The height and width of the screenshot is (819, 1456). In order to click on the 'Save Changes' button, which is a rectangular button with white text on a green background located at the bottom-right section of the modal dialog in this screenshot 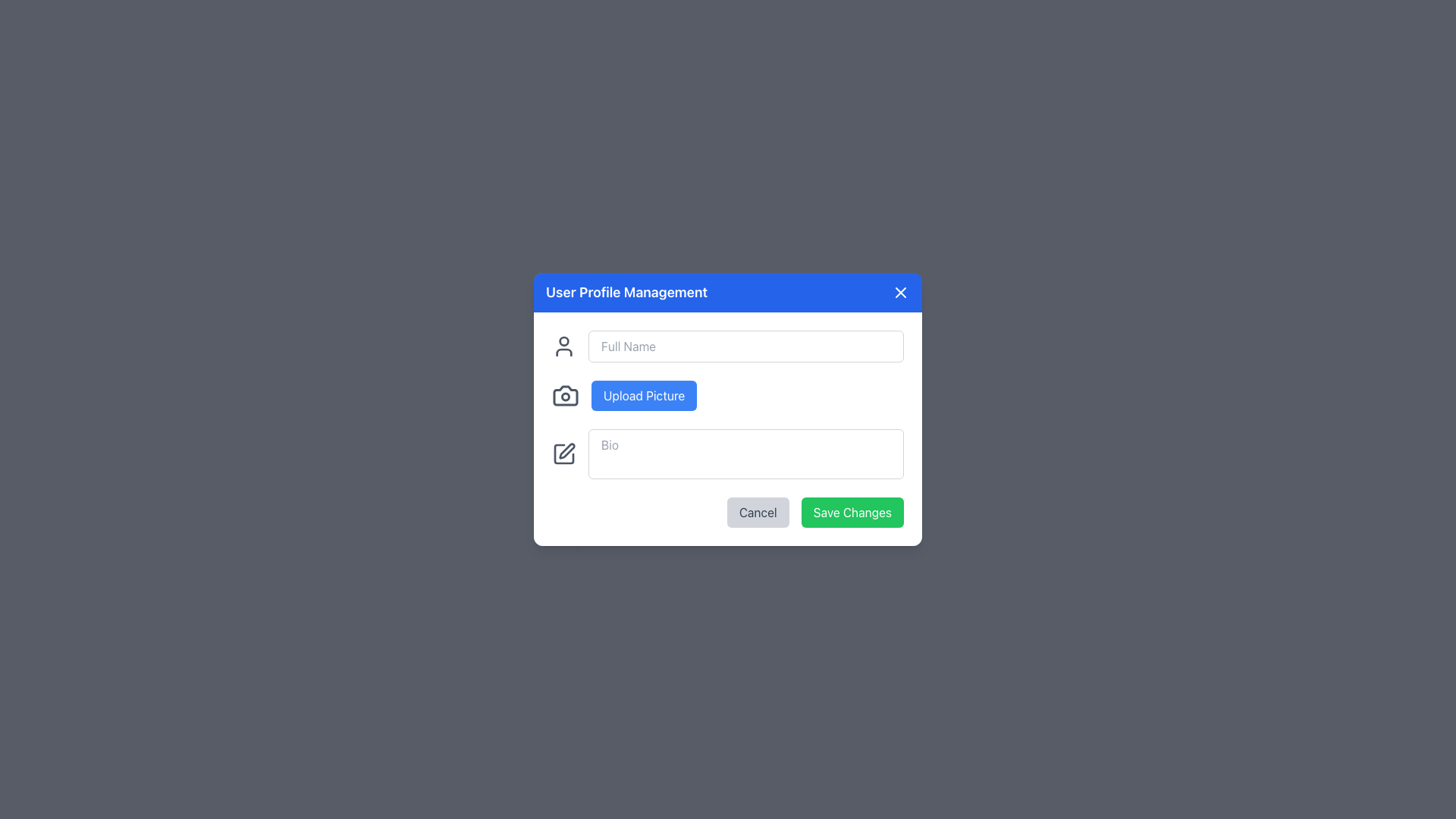, I will do `click(852, 512)`.